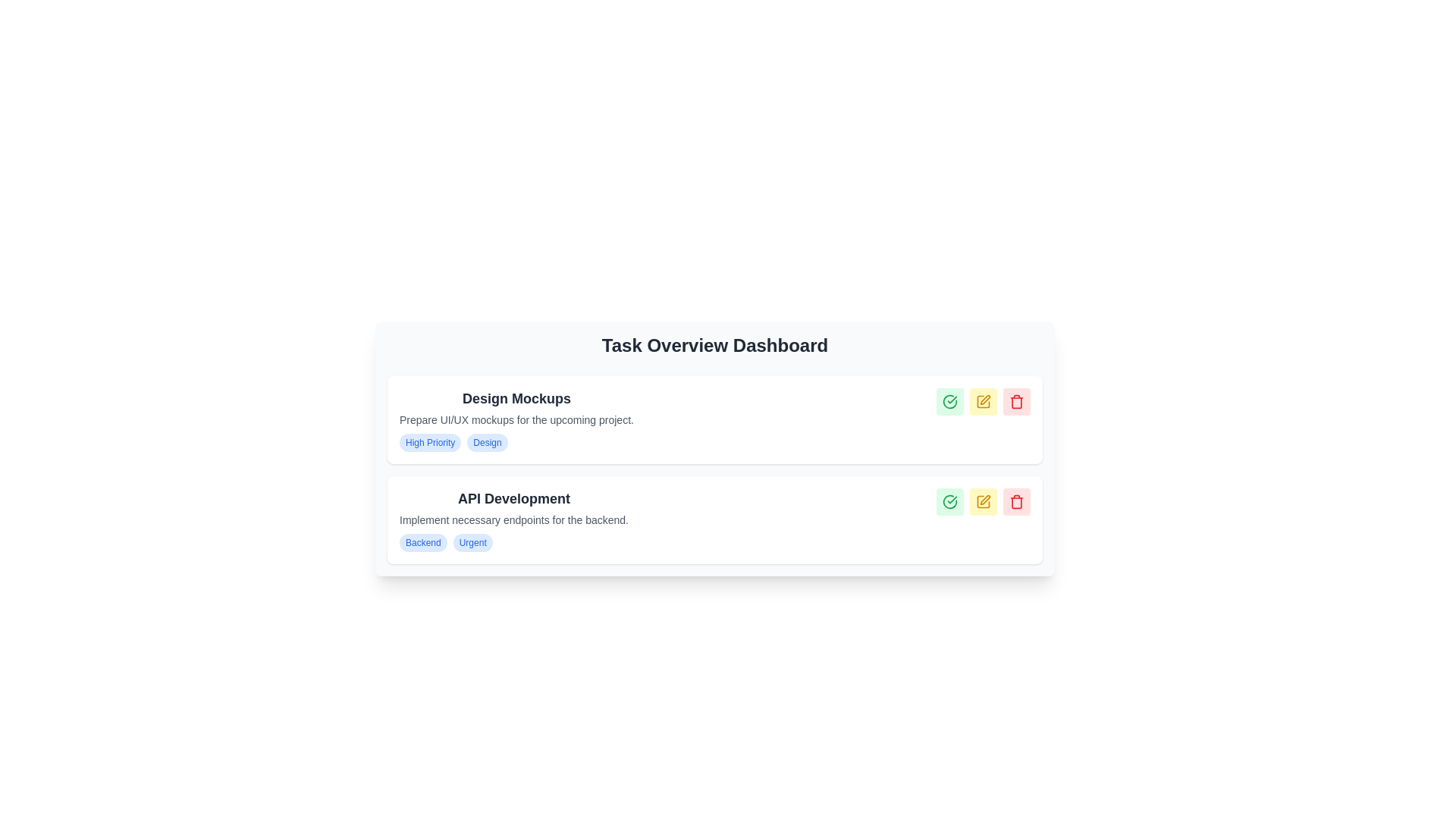  What do you see at coordinates (949, 400) in the screenshot?
I see `the green circular check mark button to mark the task as complete, located beside the 'Design Mockups' task as the first button in the sequence` at bounding box center [949, 400].